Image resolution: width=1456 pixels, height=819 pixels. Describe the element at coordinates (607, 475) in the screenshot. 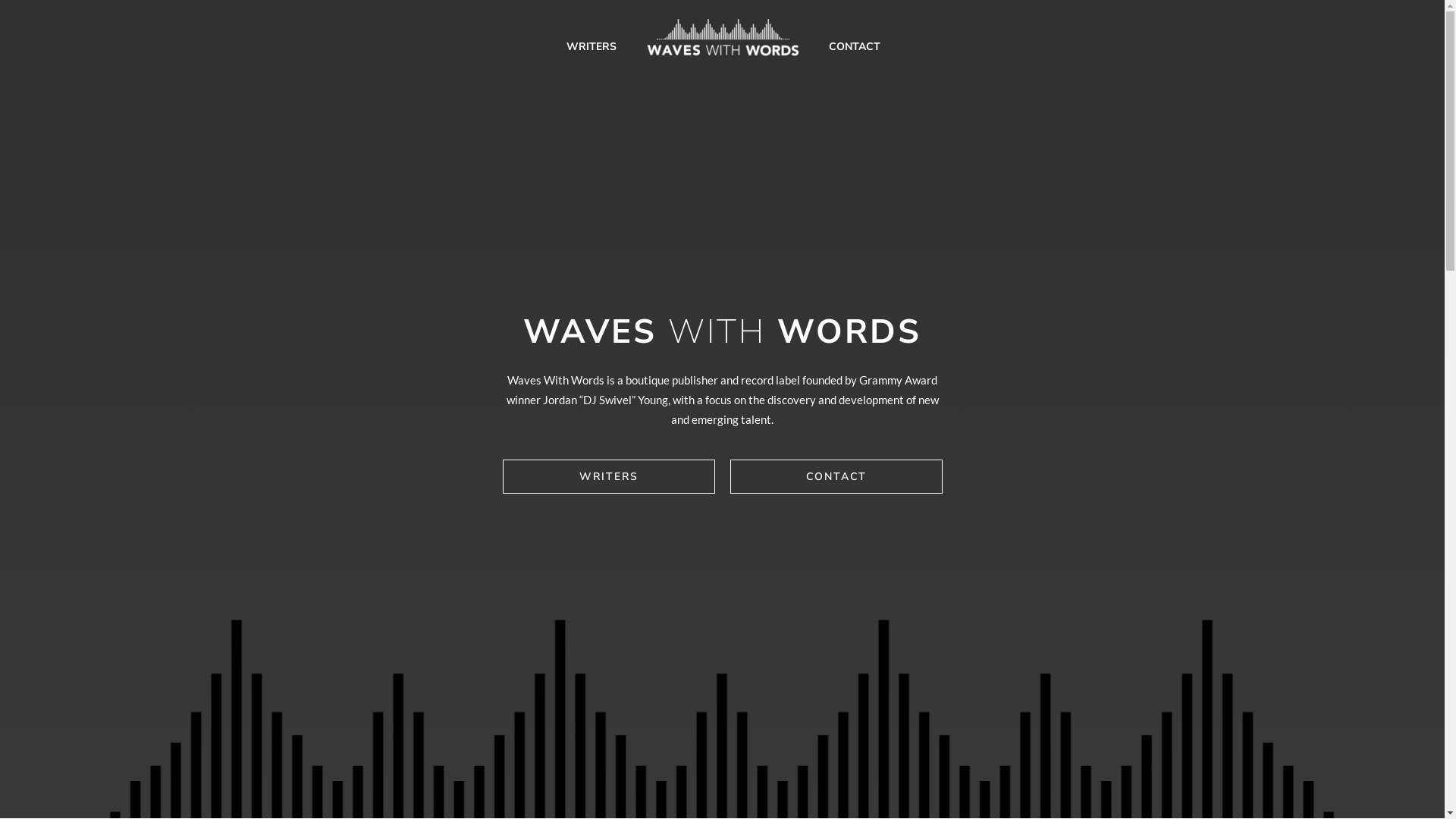

I see `'WRITERS'` at that location.